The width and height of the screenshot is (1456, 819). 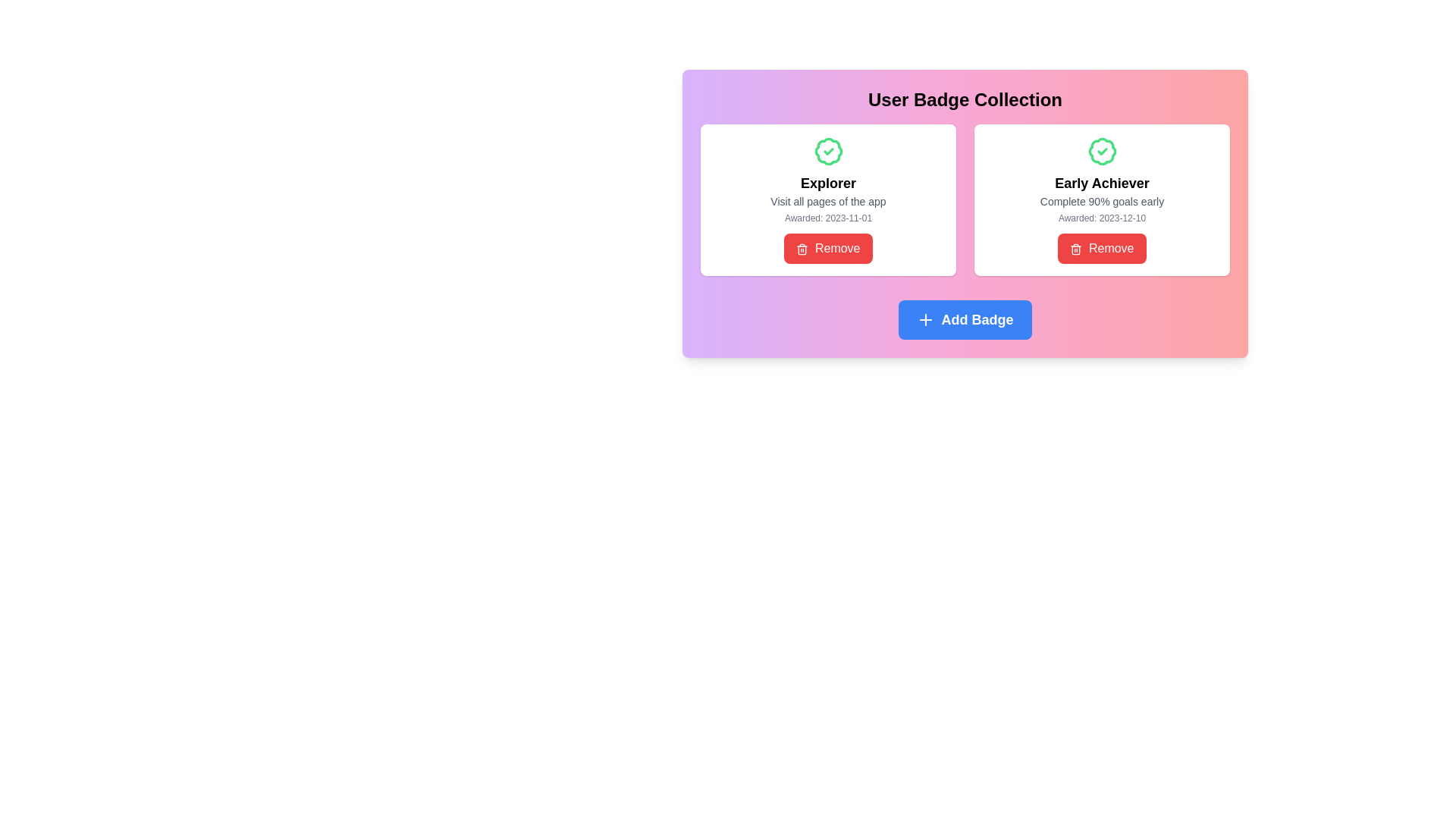 I want to click on the green badge icon with a checkmark inside the 'Early Achiever' card in the 'User Badge Collection' panel, which is centered above the card title, so click(x=1102, y=152).